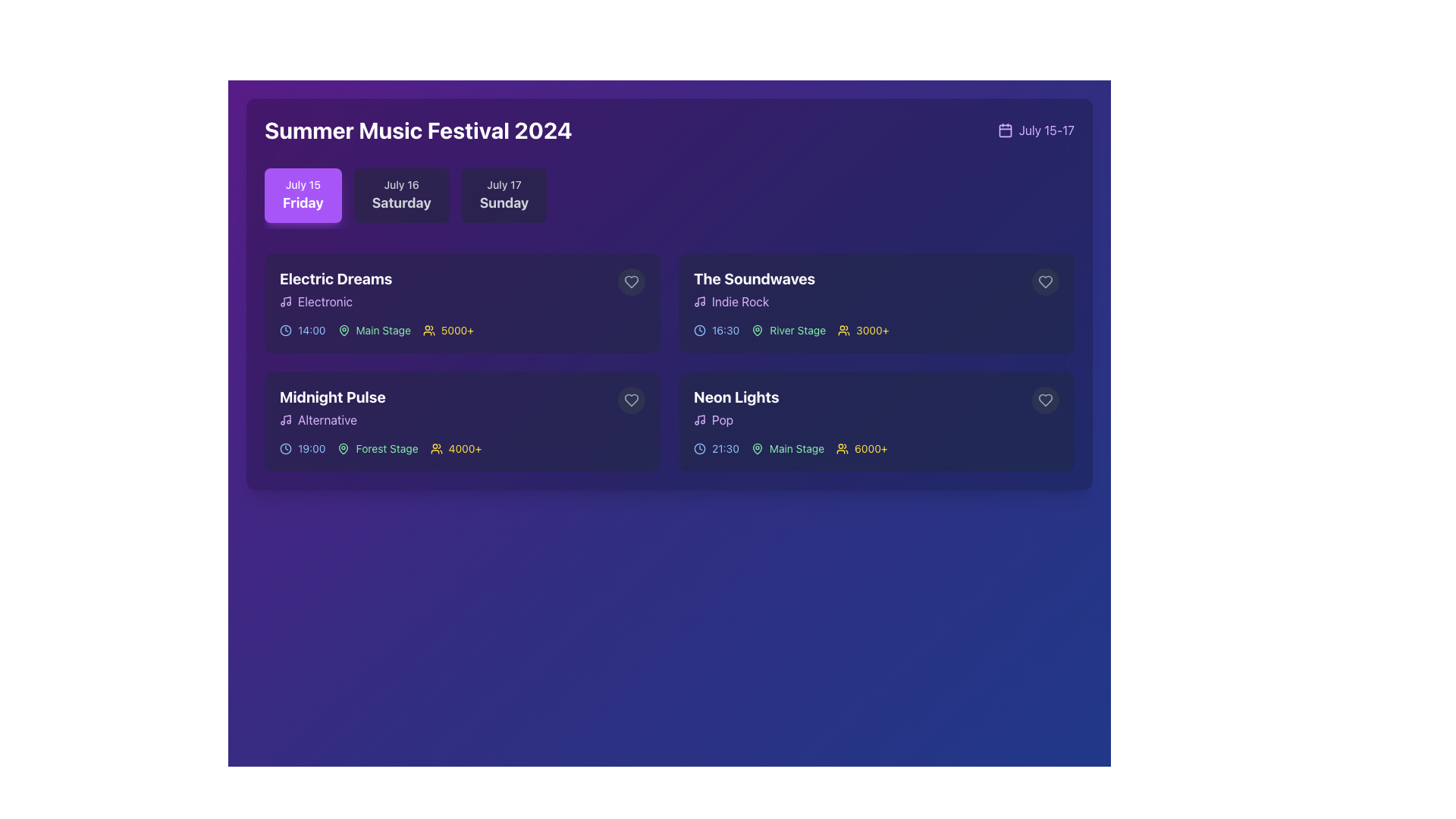  I want to click on the map location marker icon located before the 'Main Stage' text, so click(757, 447).